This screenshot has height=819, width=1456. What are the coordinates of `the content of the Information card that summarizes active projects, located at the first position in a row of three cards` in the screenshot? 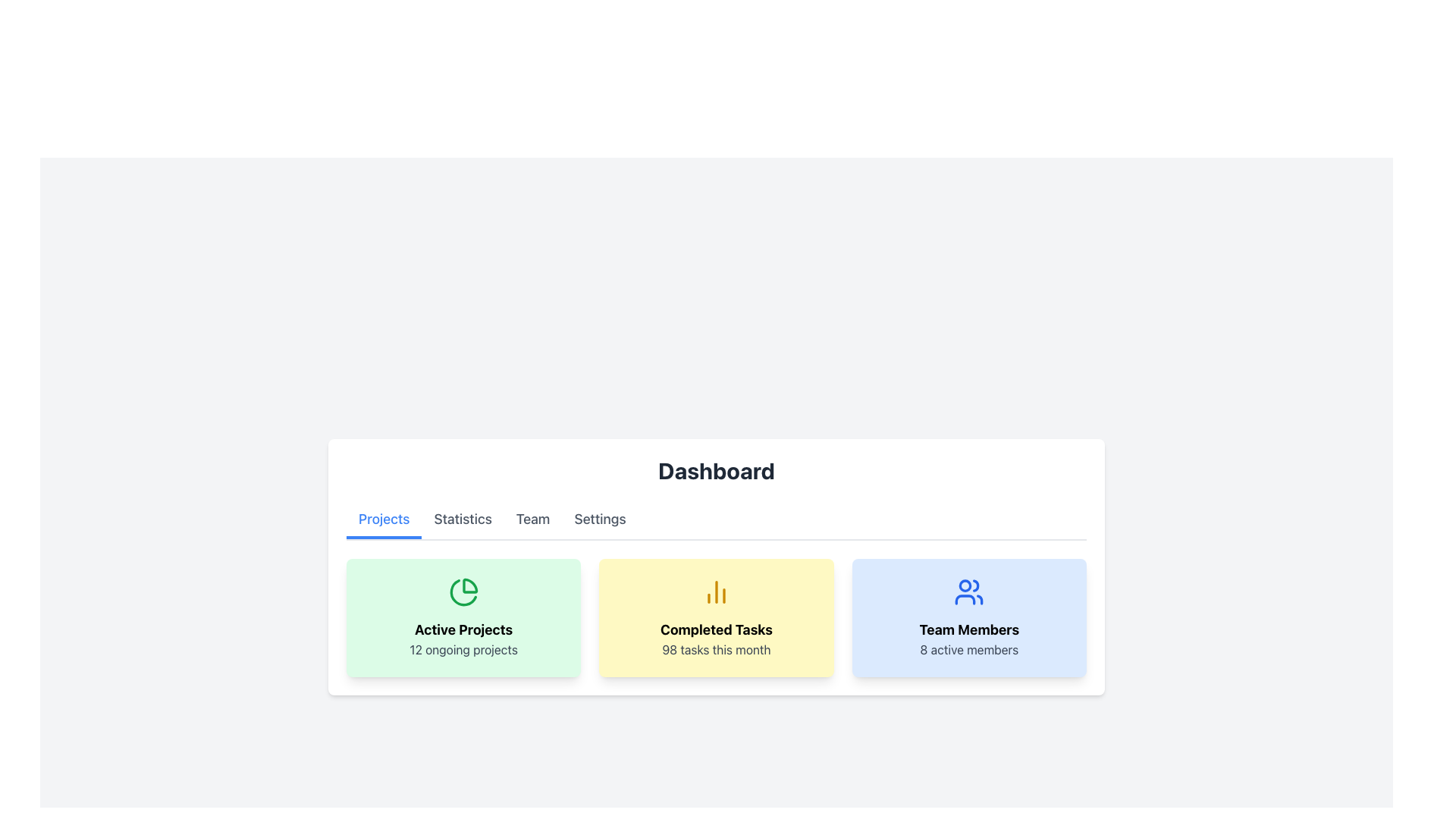 It's located at (463, 617).